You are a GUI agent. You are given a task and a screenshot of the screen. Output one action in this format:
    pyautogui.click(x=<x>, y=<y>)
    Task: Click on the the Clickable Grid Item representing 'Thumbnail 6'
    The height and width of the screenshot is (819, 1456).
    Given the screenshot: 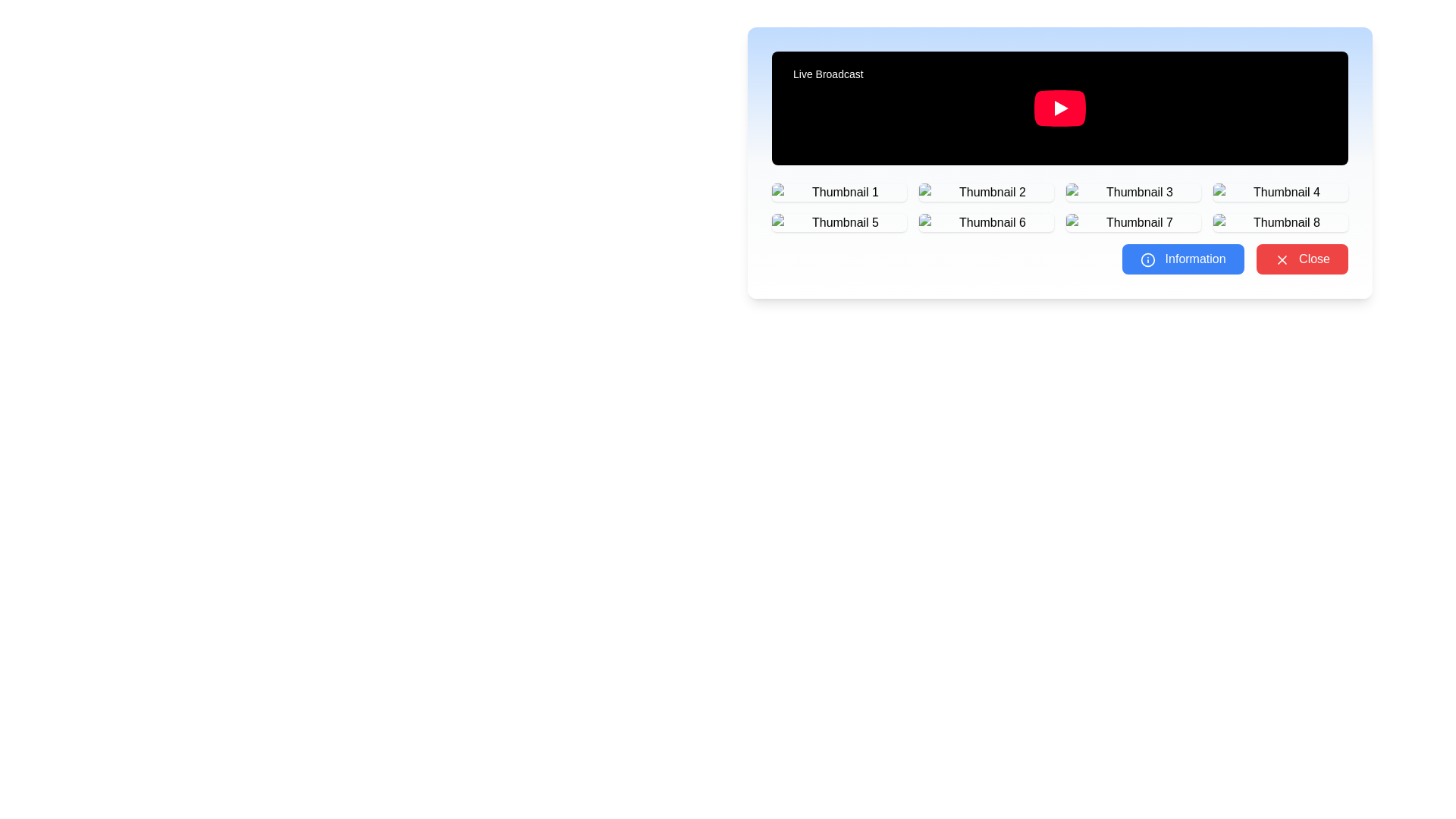 What is the action you would take?
    pyautogui.click(x=986, y=222)
    